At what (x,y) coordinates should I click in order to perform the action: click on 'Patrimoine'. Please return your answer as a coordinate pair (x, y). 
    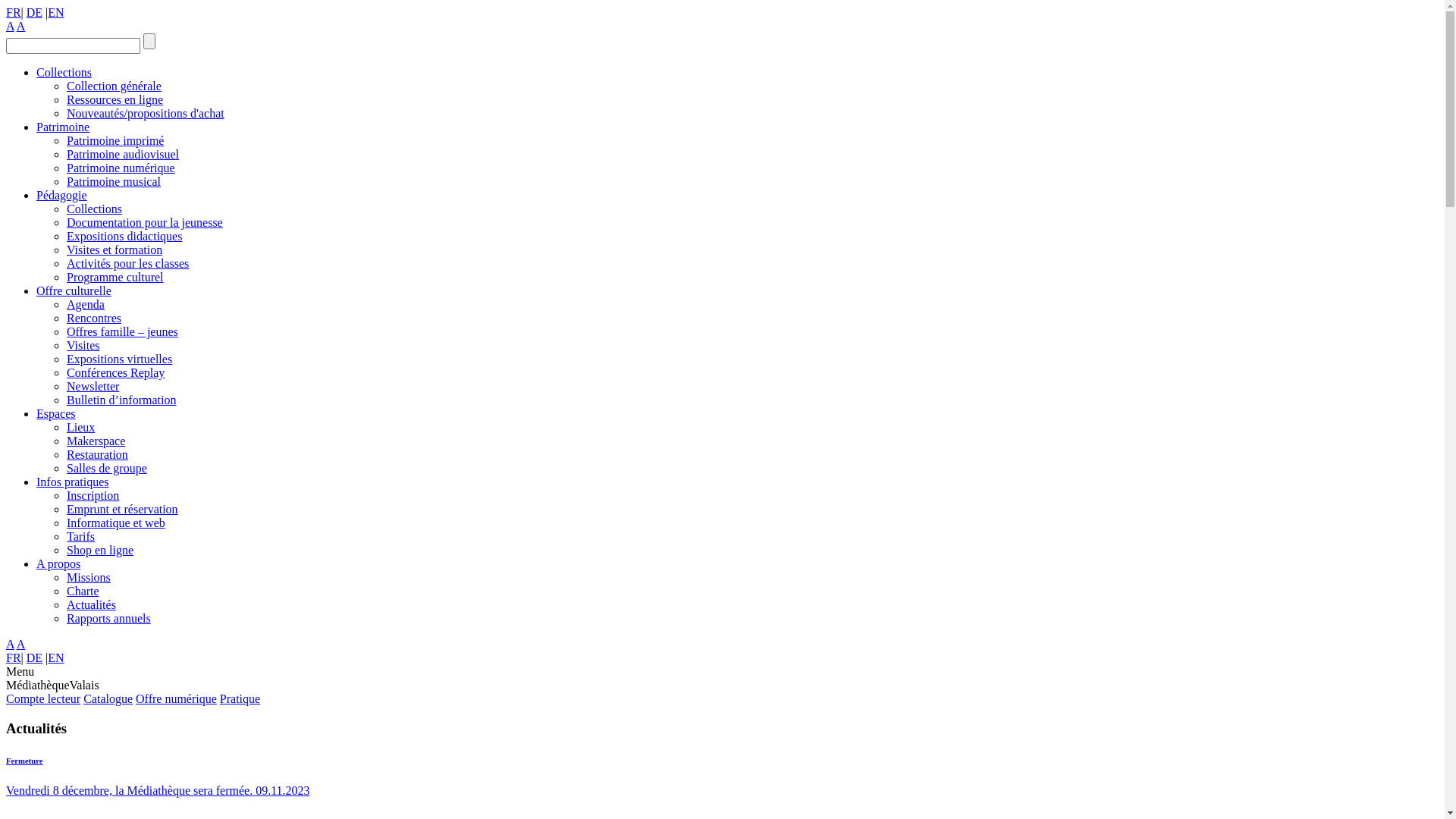
    Looking at the image, I should click on (61, 126).